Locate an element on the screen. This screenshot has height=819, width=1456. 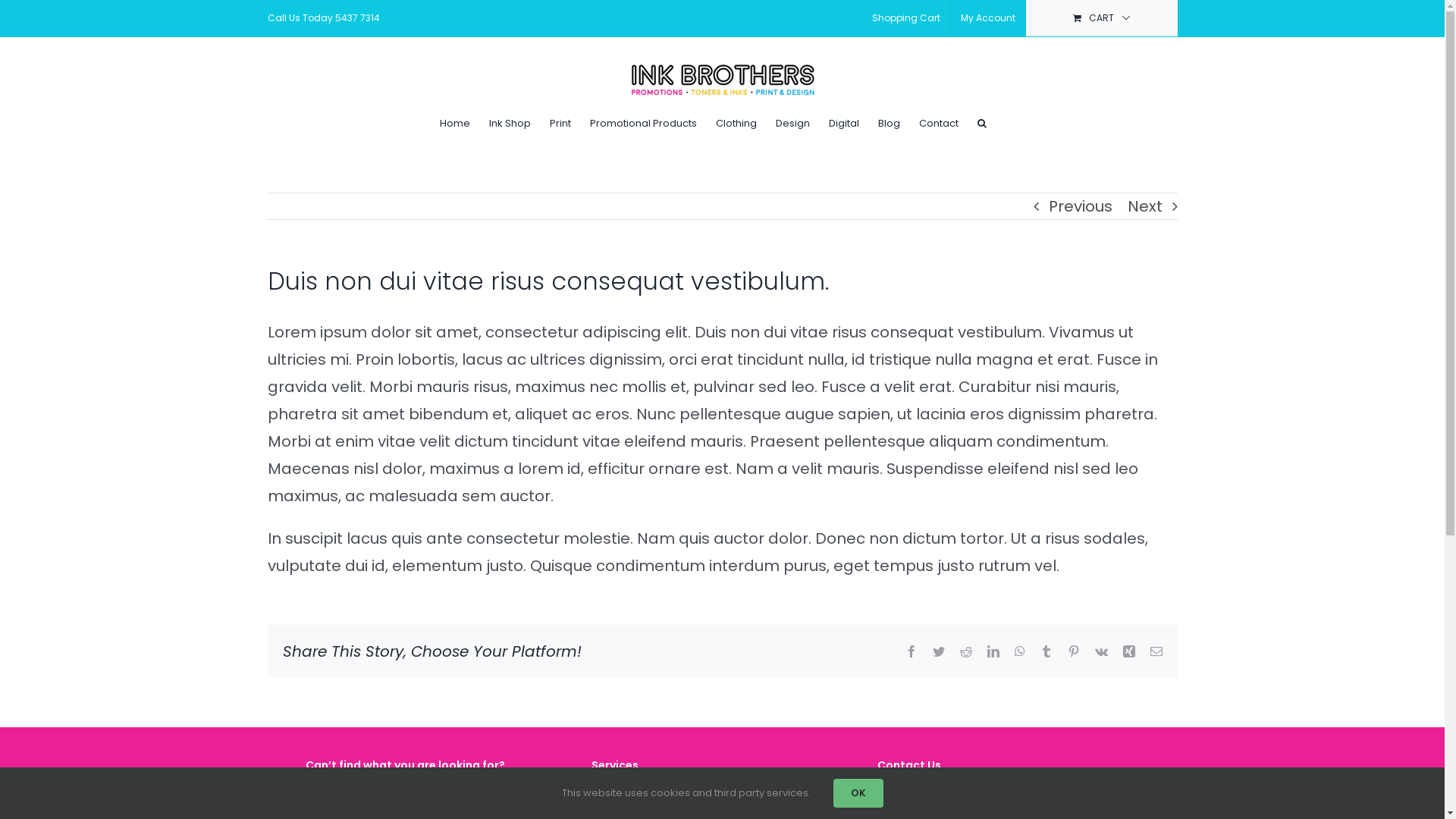
'Shopping Cart' is located at coordinates (905, 17).